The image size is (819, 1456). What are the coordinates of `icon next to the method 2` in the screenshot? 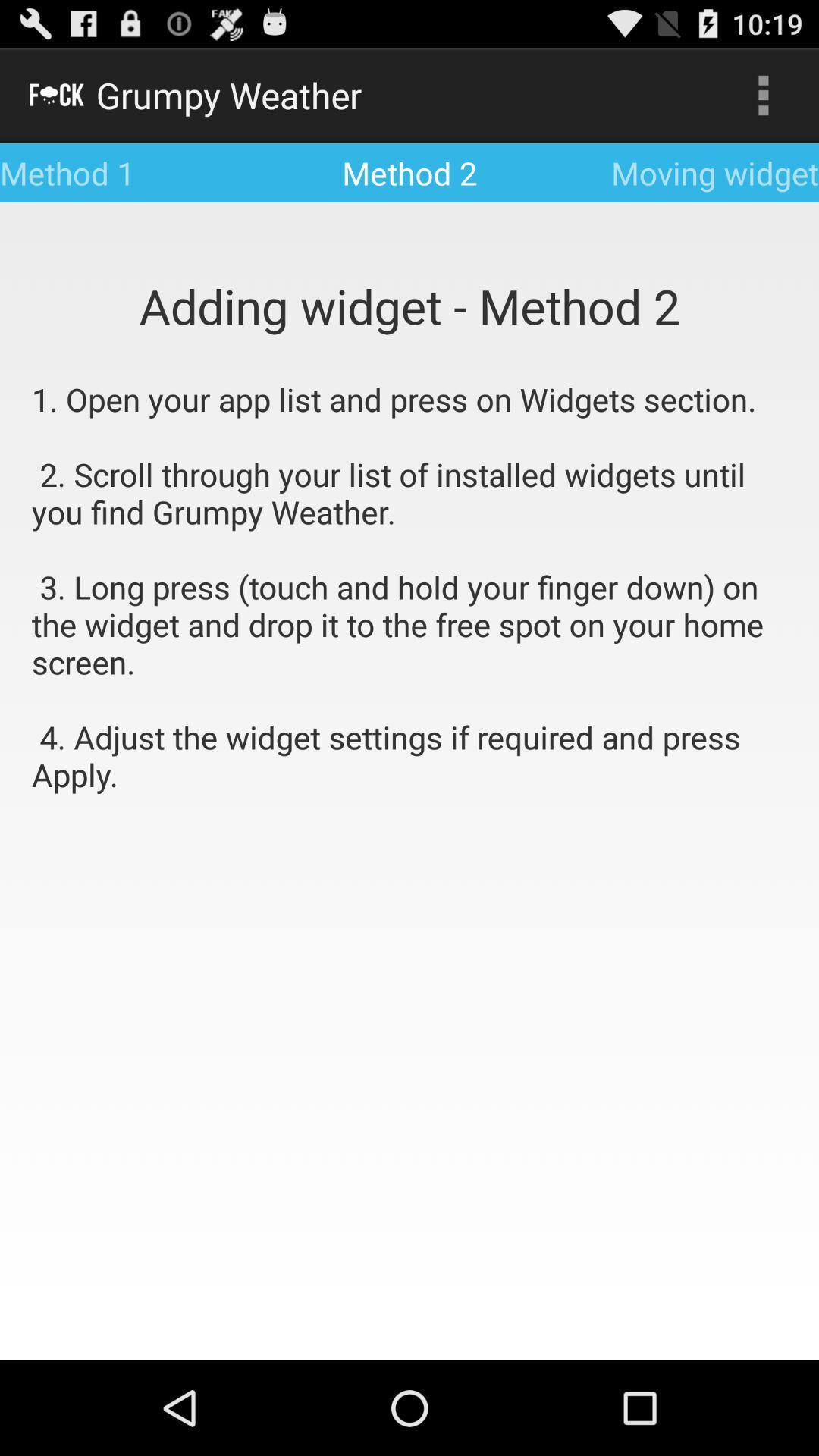 It's located at (763, 94).